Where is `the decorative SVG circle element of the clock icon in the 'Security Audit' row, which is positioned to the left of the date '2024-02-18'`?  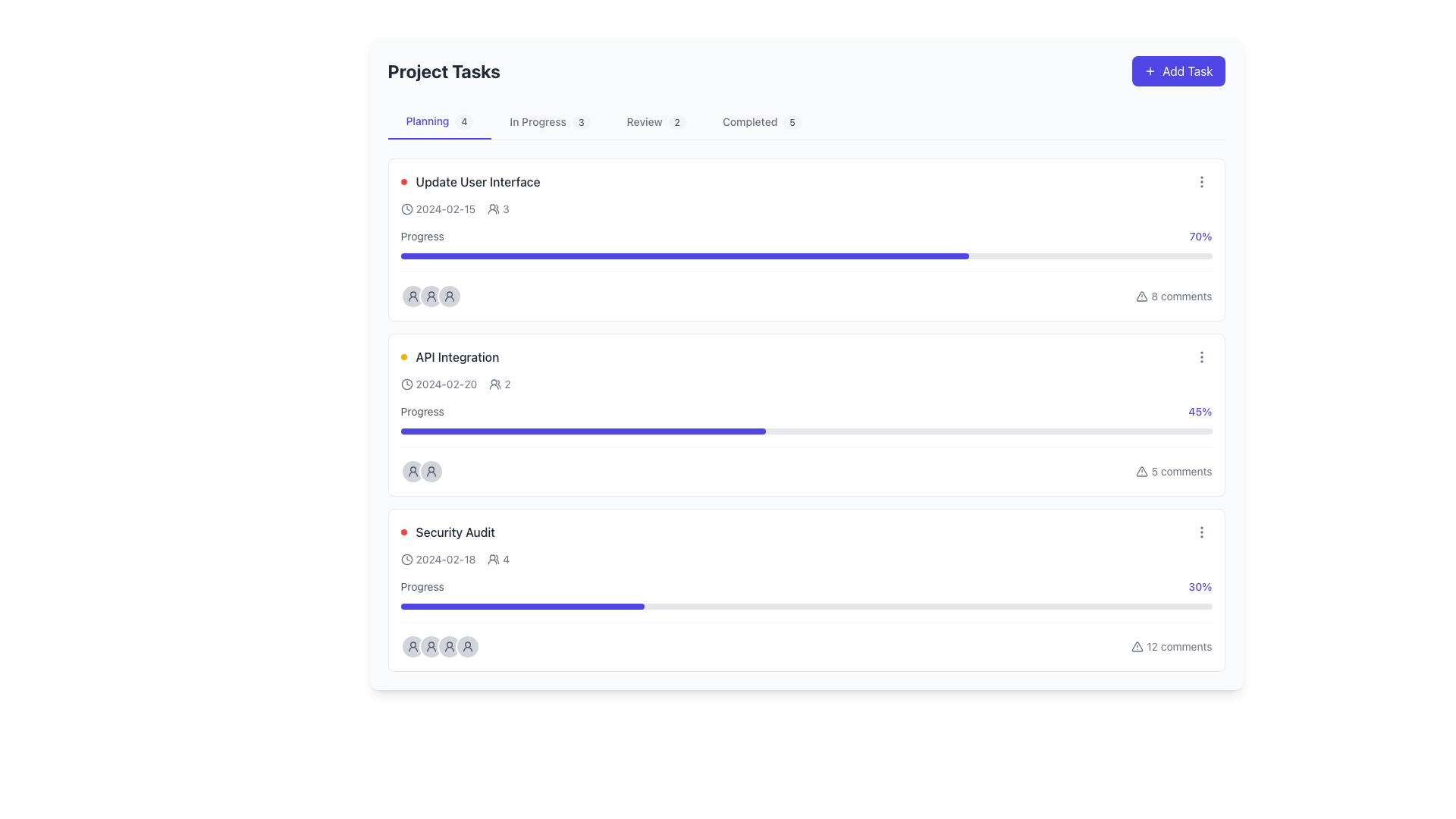 the decorative SVG circle element of the clock icon in the 'Security Audit' row, which is positioned to the left of the date '2024-02-18' is located at coordinates (406, 559).